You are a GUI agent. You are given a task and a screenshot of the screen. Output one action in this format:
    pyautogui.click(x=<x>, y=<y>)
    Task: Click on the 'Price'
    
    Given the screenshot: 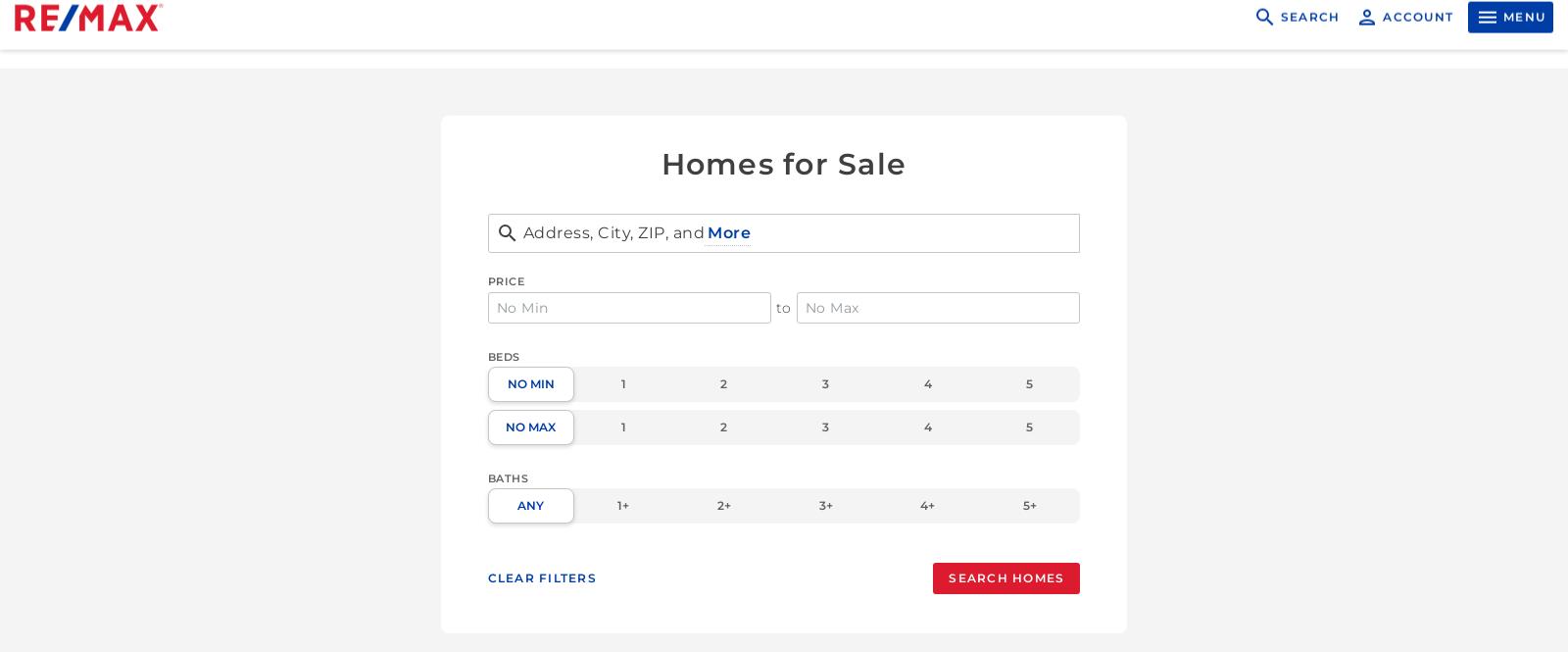 What is the action you would take?
    pyautogui.click(x=505, y=281)
    